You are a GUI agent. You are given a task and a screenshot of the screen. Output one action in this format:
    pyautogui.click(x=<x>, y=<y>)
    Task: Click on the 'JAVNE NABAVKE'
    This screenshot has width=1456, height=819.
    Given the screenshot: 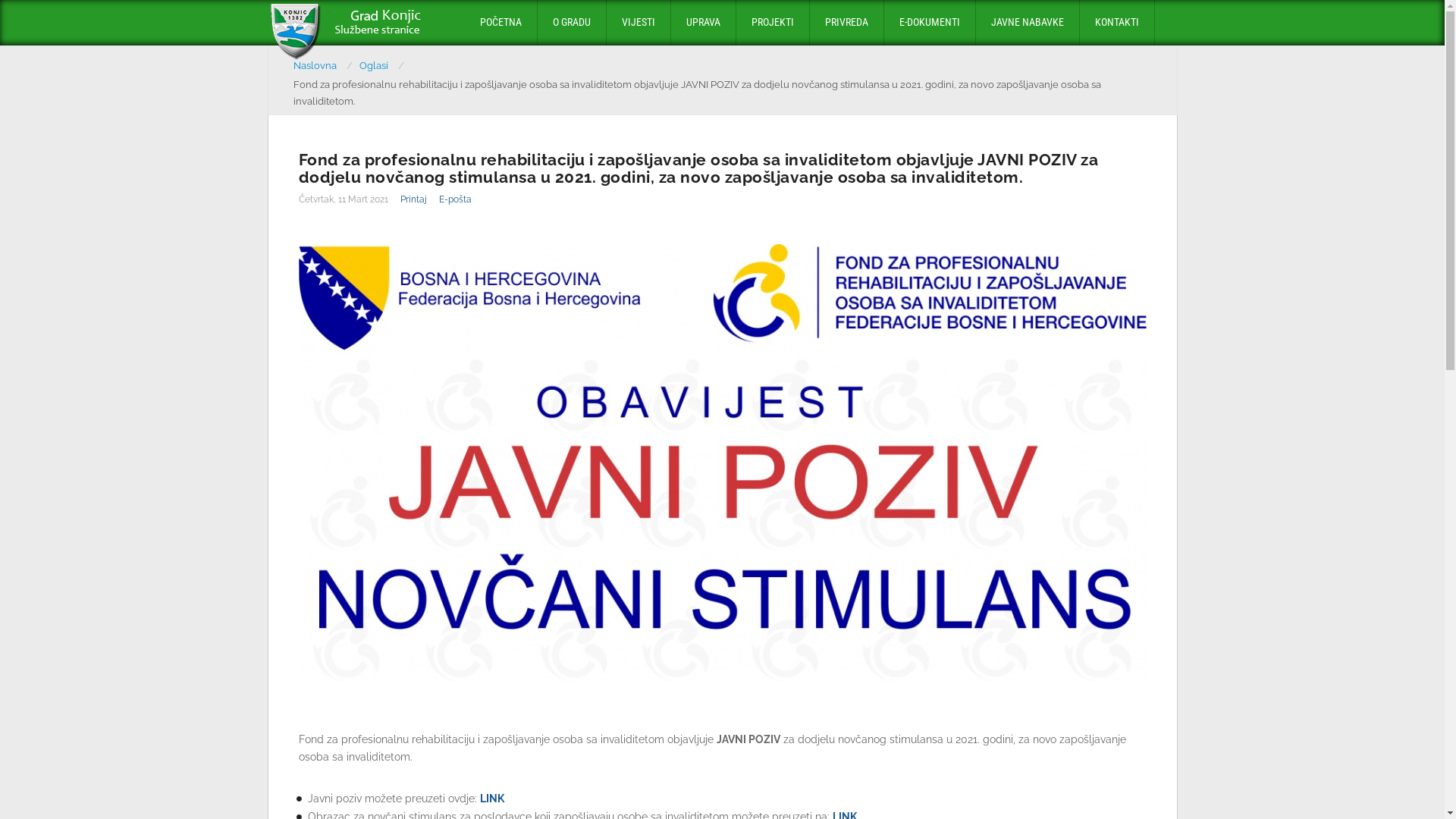 What is the action you would take?
    pyautogui.click(x=1026, y=23)
    